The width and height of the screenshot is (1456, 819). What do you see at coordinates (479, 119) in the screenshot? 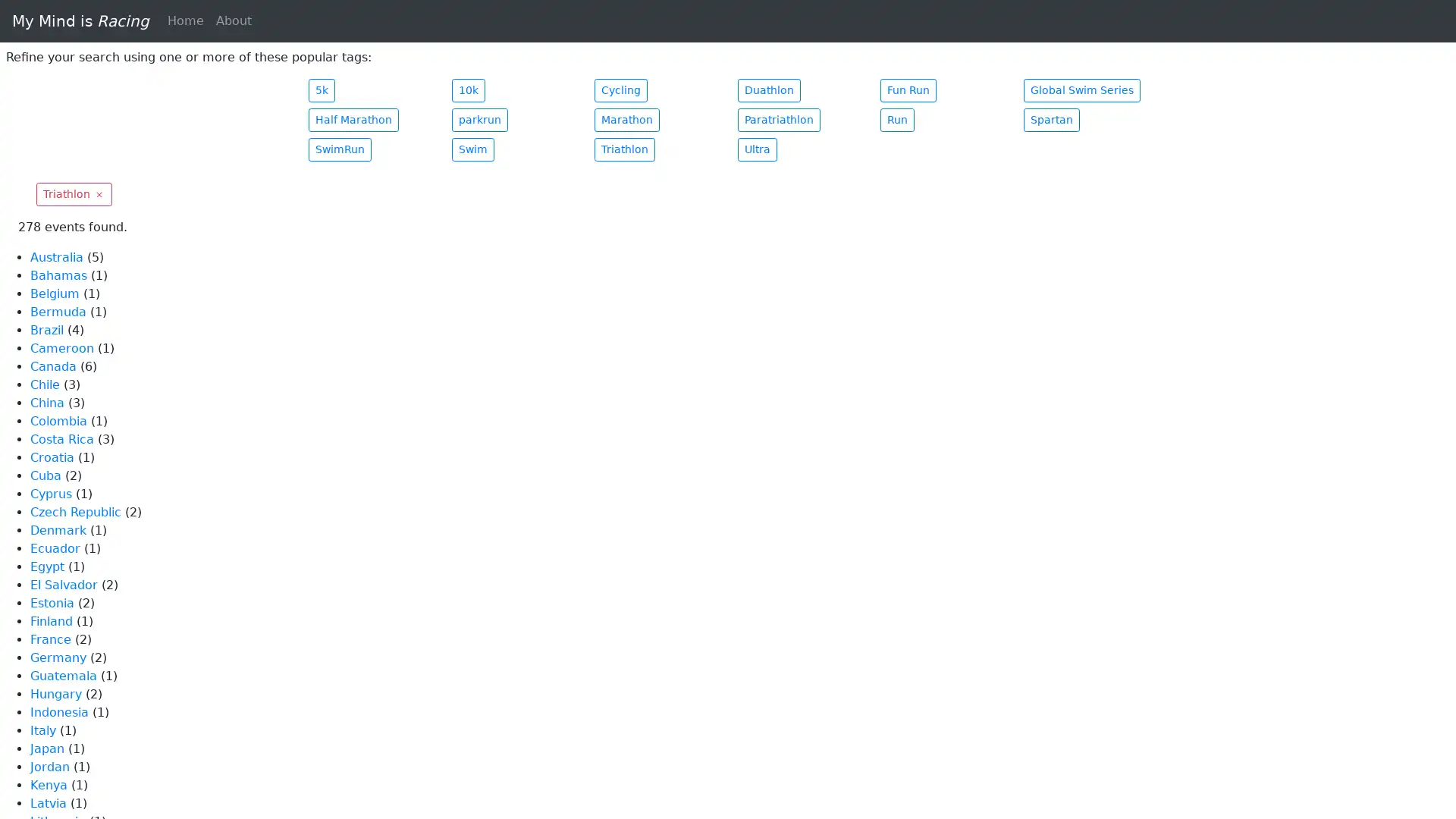
I see `parkrun` at bounding box center [479, 119].